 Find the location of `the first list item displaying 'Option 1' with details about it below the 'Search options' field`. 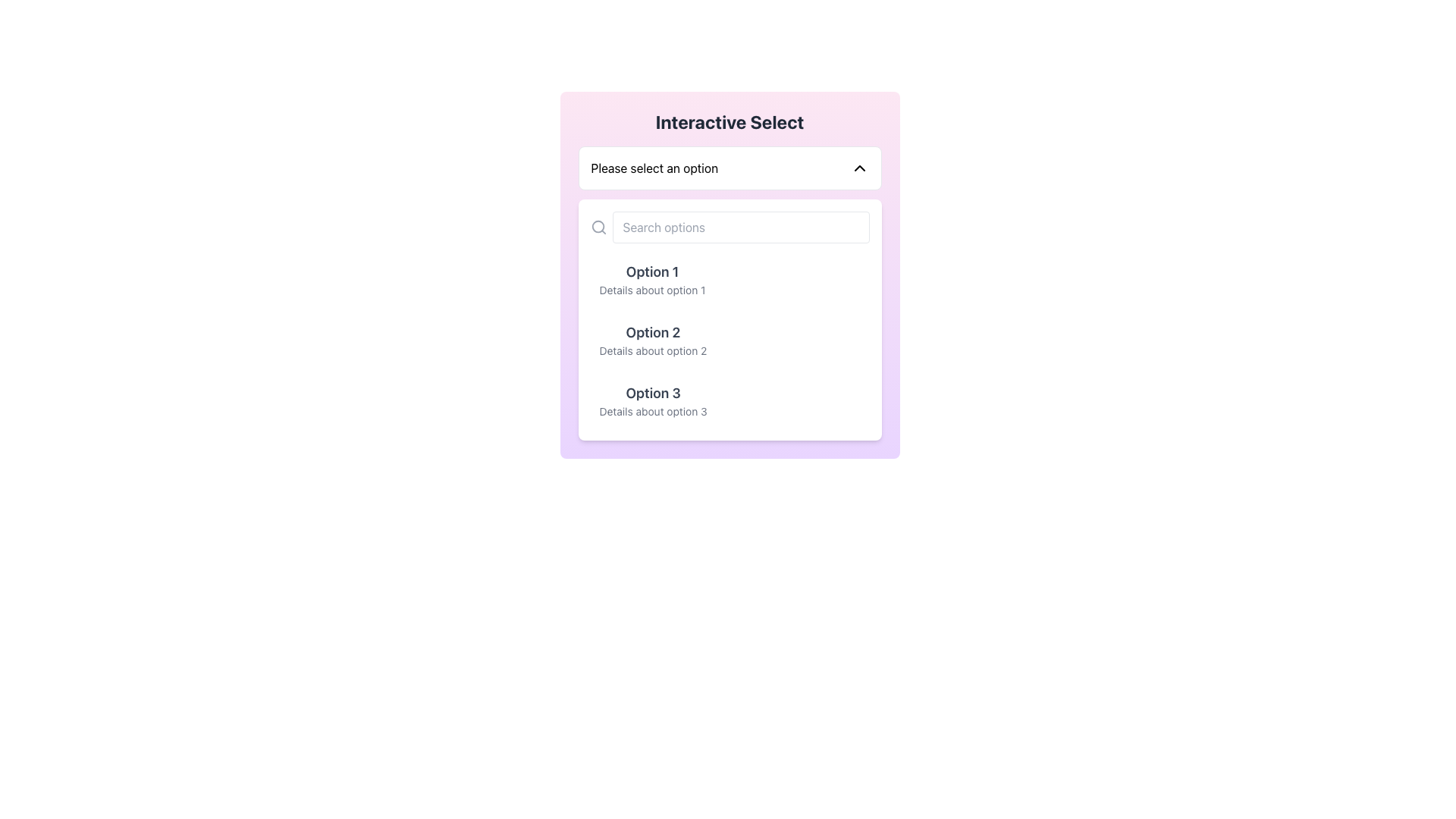

the first list item displaying 'Option 1' with details about it below the 'Search options' field is located at coordinates (730, 280).